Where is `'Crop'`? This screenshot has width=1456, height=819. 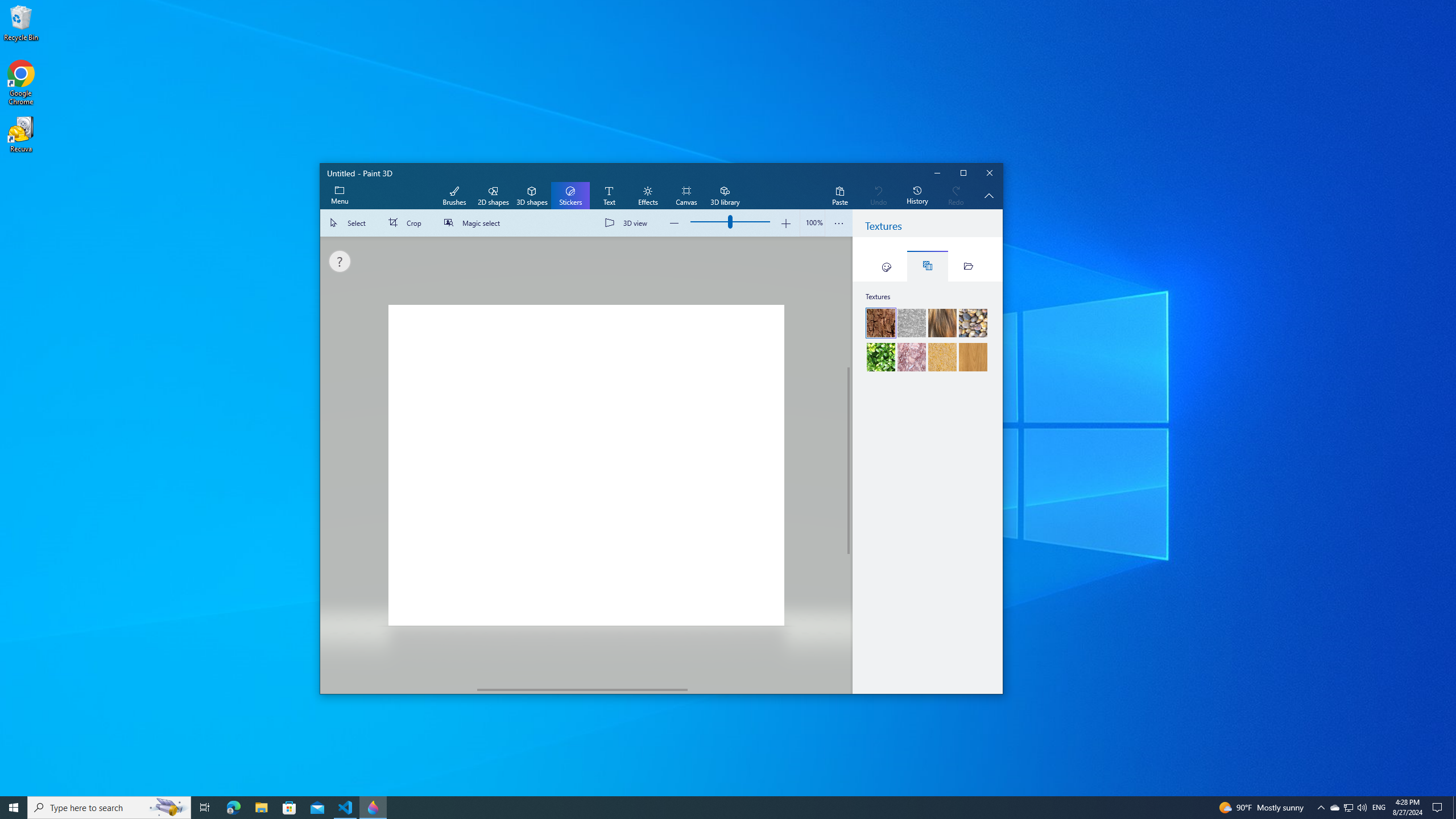
'Crop' is located at coordinates (407, 222).